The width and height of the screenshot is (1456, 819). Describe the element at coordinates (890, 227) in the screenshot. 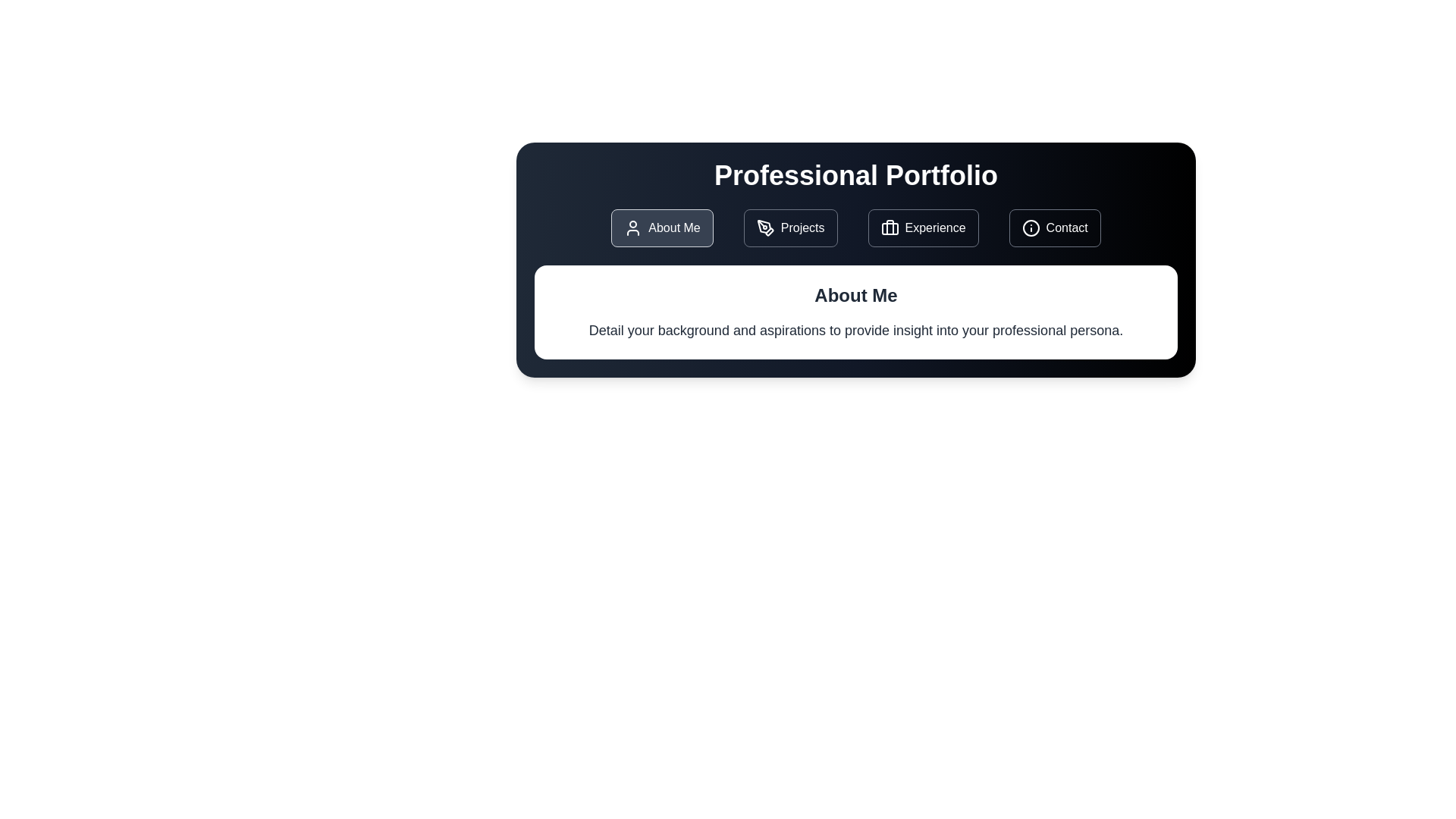

I see `vertical rectangular decorative graphic element within the 'Experience' icon in the navigation bar for development purposes` at that location.